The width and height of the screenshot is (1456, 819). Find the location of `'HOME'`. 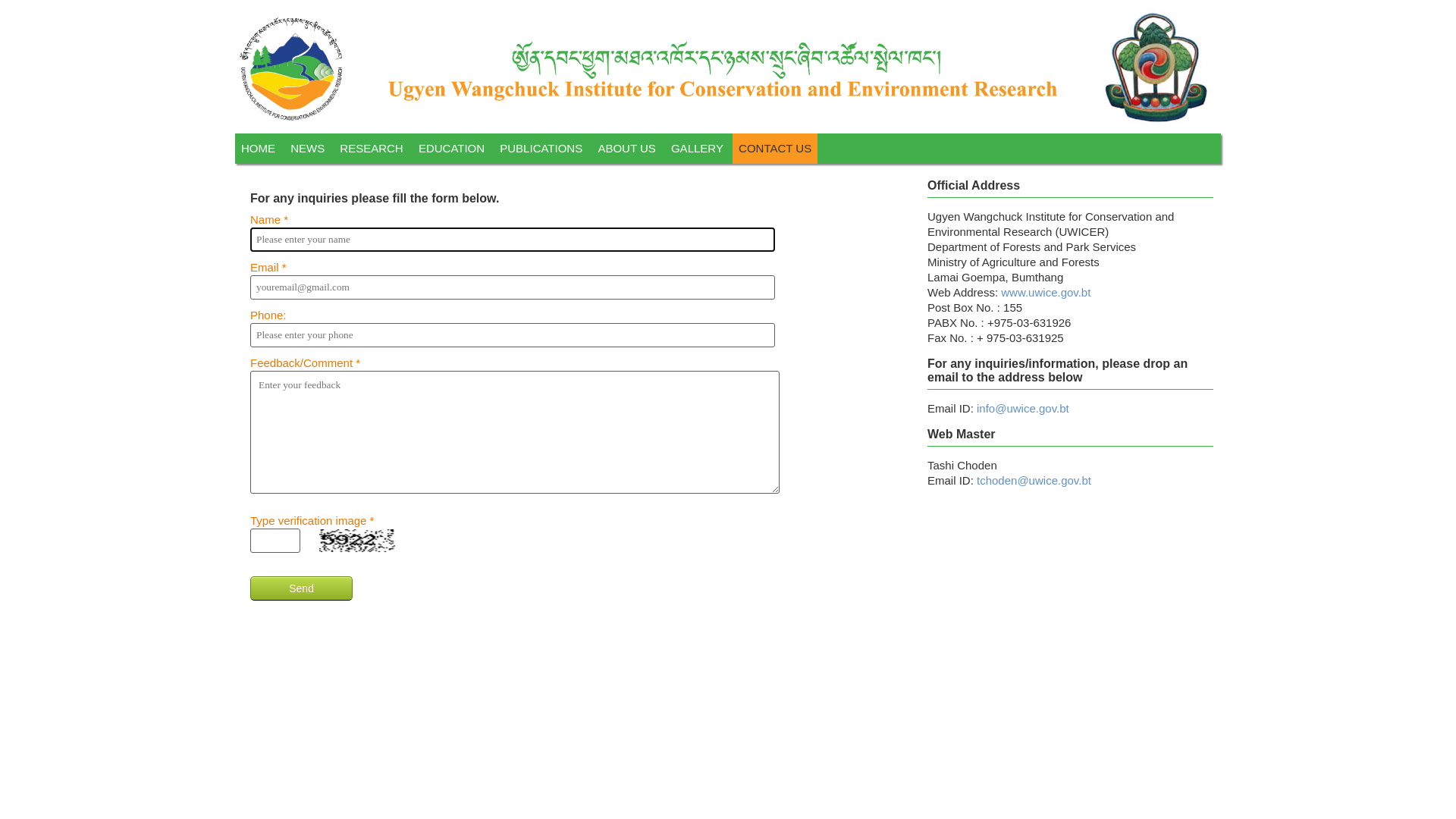

'HOME' is located at coordinates (258, 149).